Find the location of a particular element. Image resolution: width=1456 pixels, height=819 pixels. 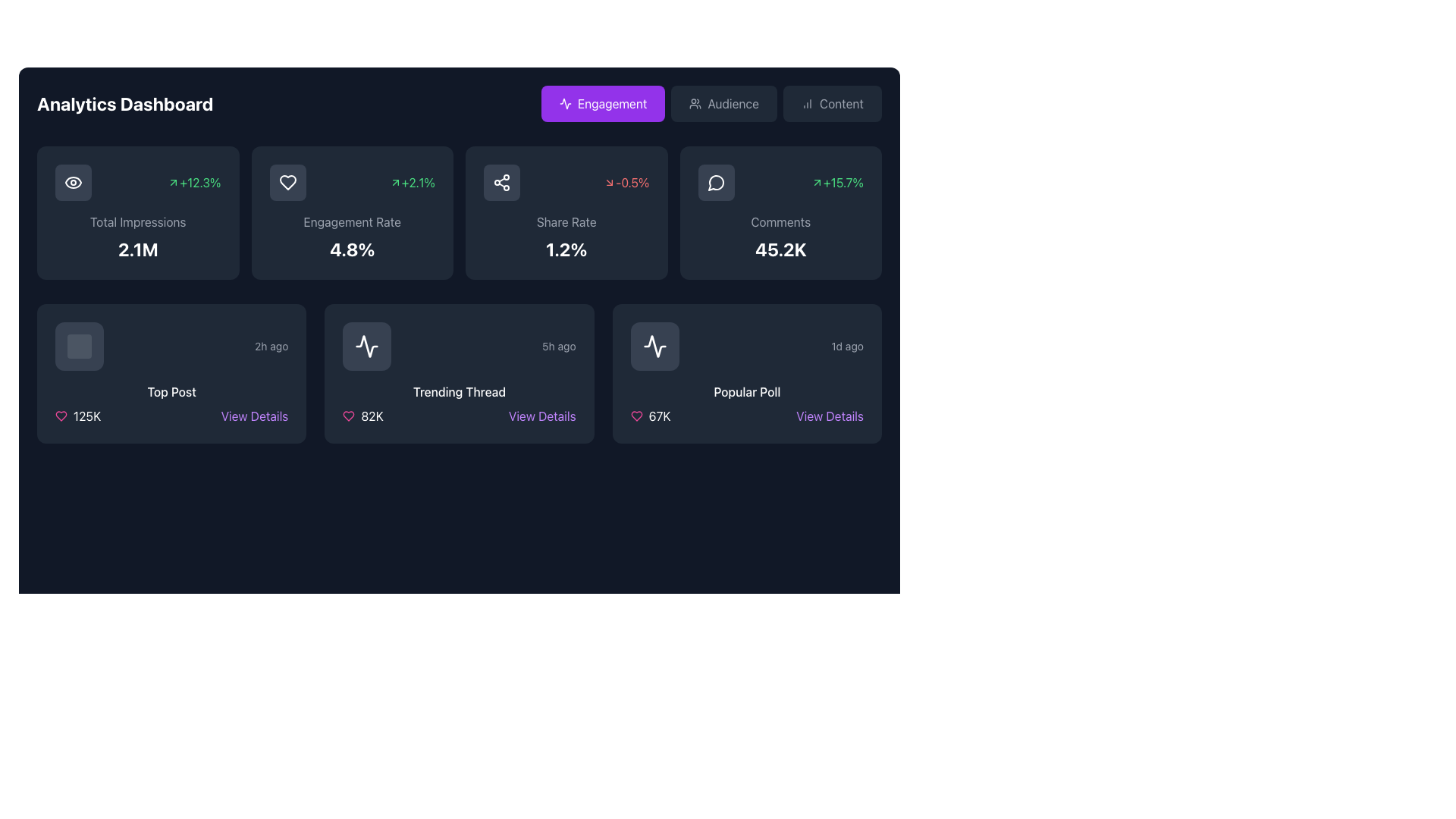

the text label that displays the count or statistical measure related to the heart icon, located below the 'Top Post' label and adjacent to the pink heart icon is located at coordinates (86, 416).